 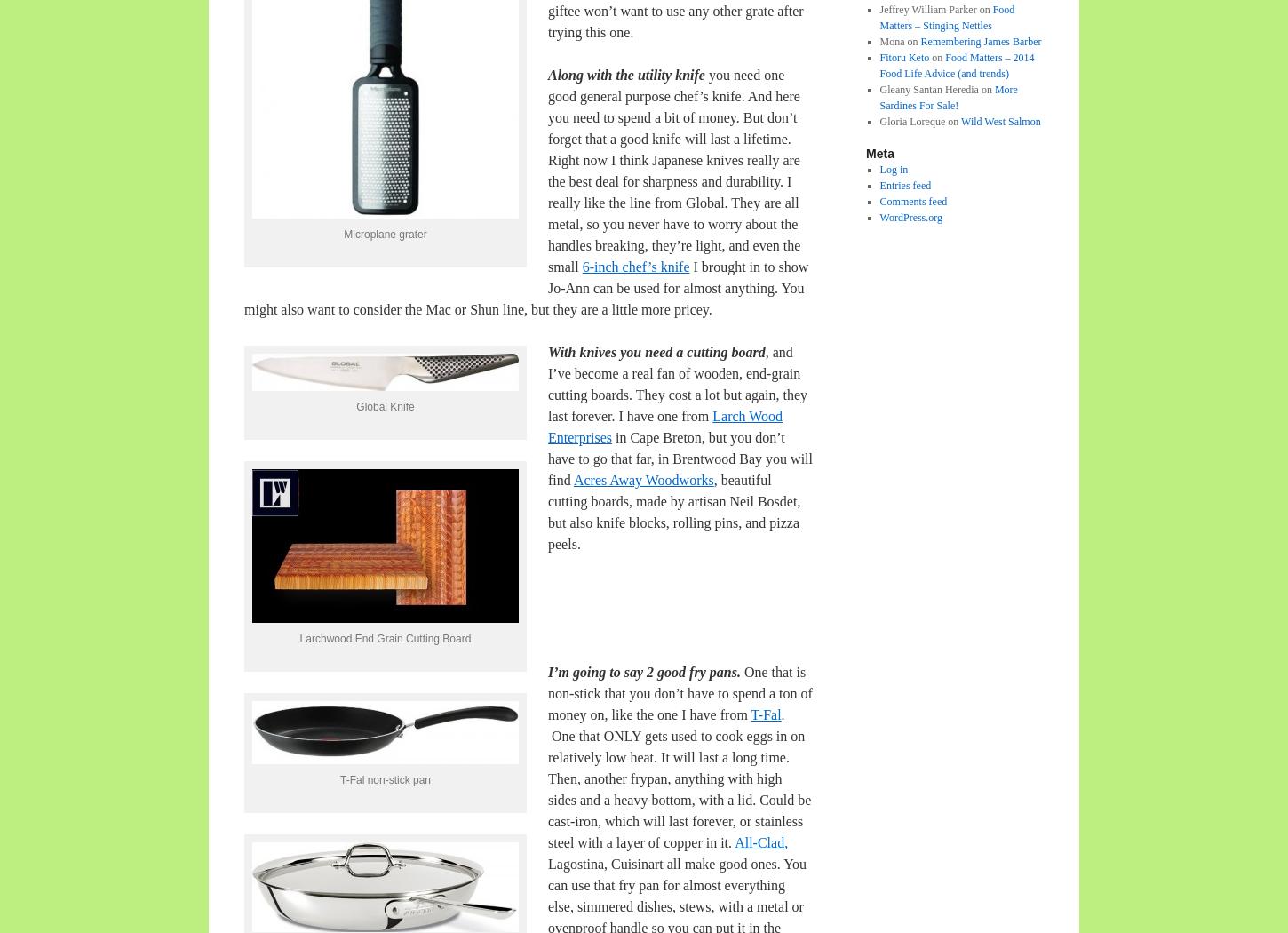 What do you see at coordinates (384, 407) in the screenshot?
I see `'Global Knife'` at bounding box center [384, 407].